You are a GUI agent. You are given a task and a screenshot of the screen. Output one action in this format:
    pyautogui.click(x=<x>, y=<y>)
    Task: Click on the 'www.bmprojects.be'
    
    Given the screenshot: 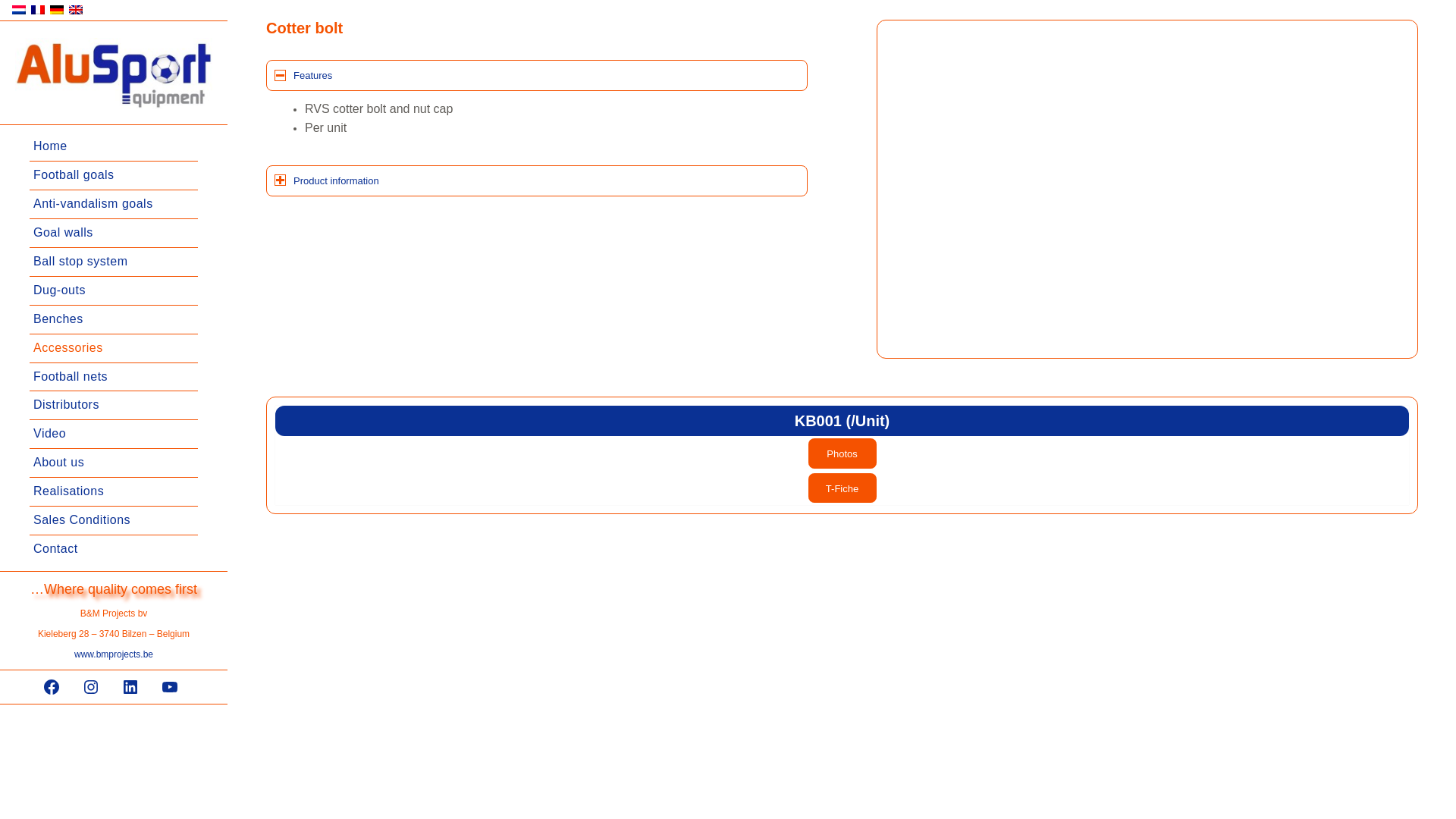 What is the action you would take?
    pyautogui.click(x=112, y=654)
    